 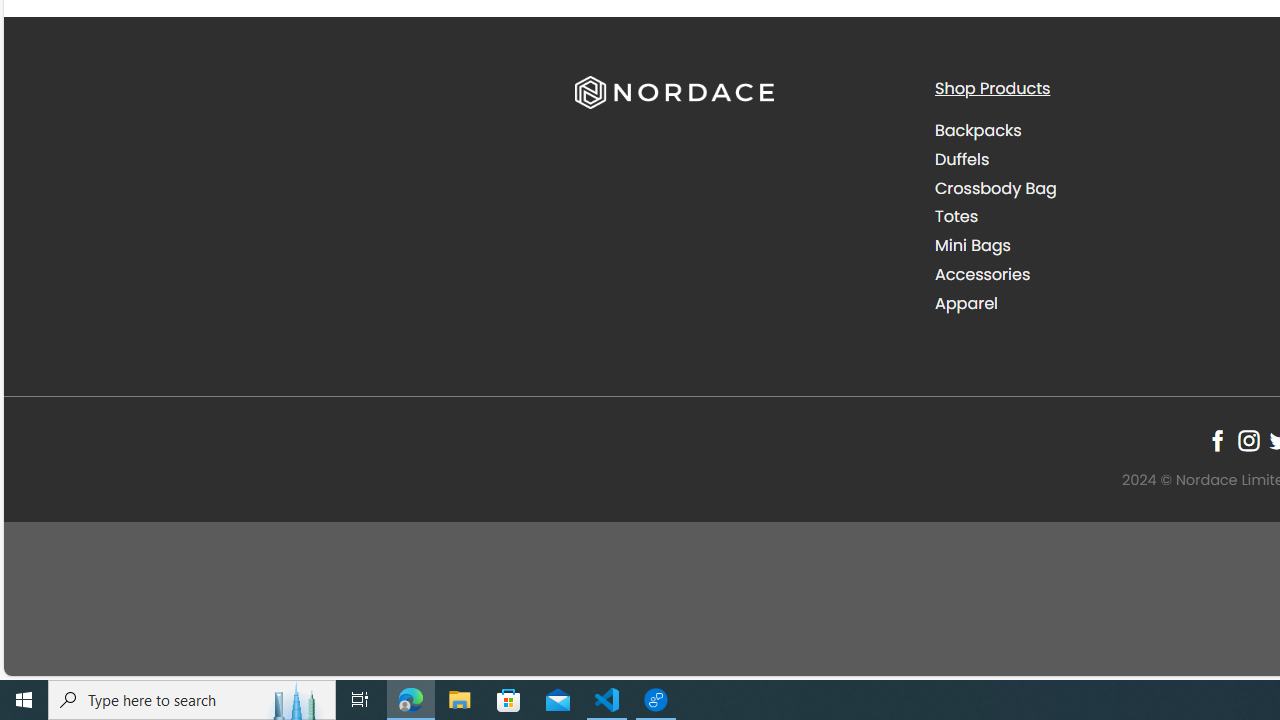 I want to click on 'Mini Bags', so click(x=972, y=244).